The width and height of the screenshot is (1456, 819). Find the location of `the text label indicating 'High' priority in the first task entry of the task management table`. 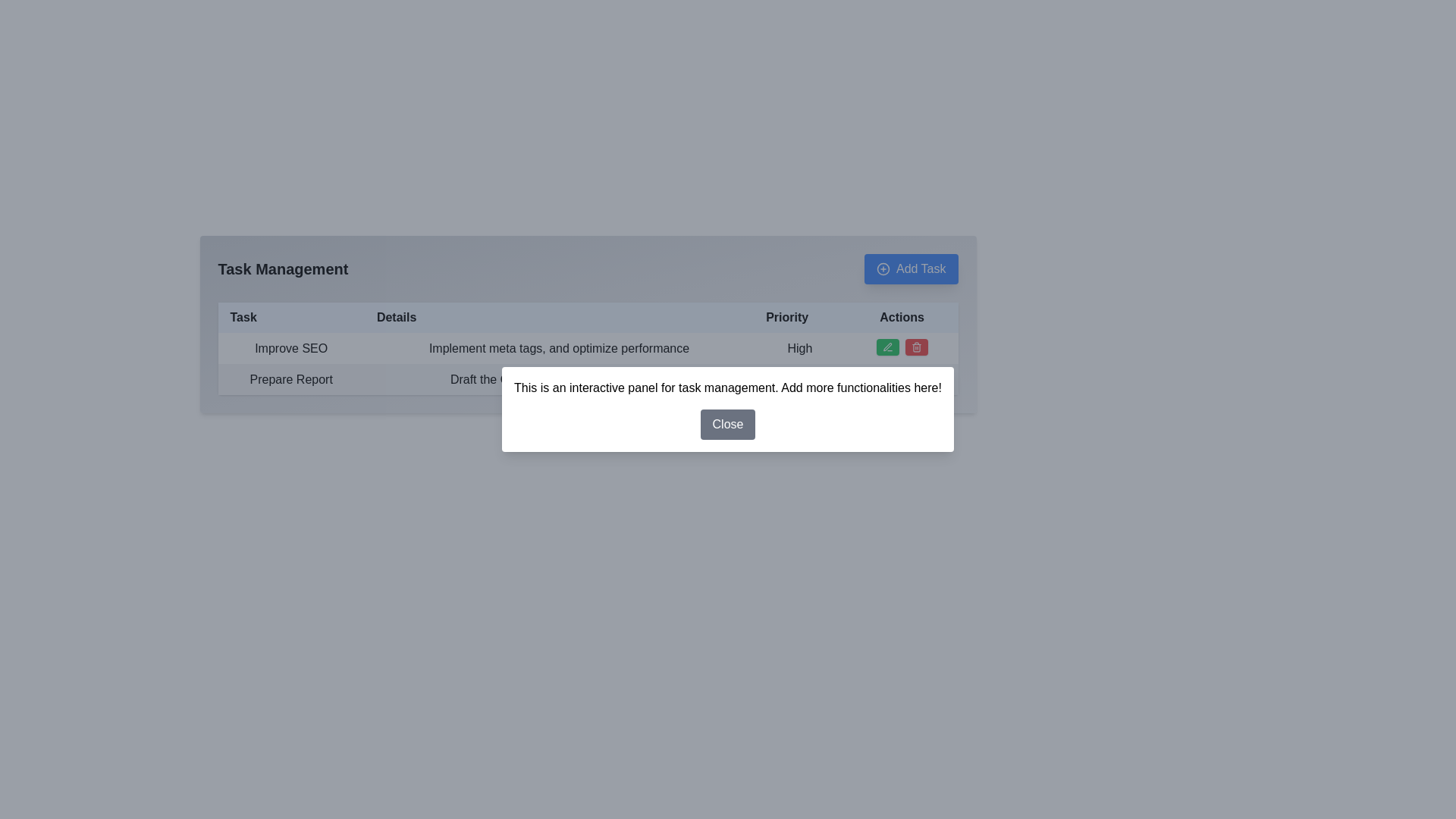

the text label indicating 'High' priority in the first task entry of the task management table is located at coordinates (799, 348).